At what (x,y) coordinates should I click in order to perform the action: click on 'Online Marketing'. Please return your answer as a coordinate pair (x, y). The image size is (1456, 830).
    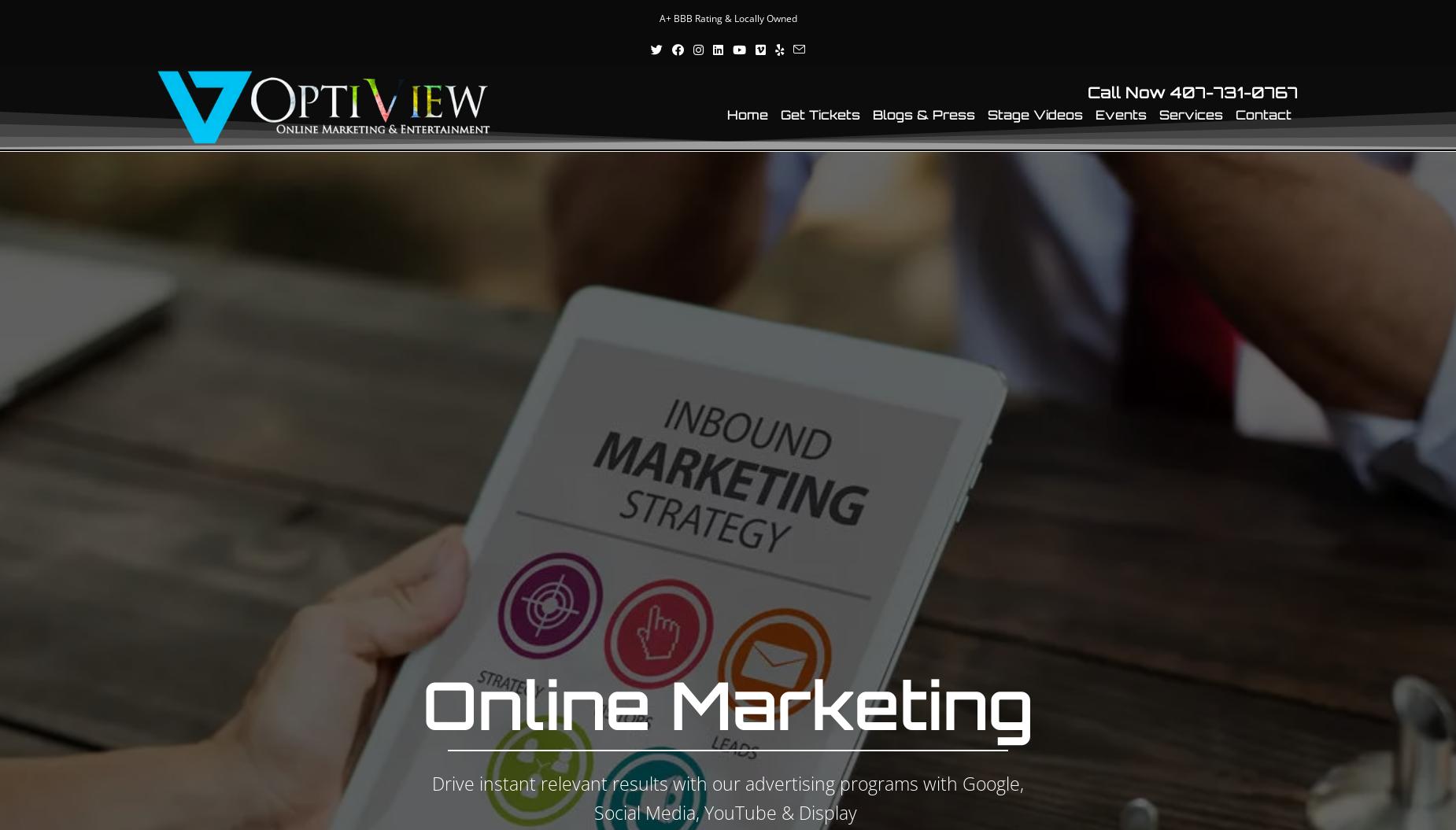
    Looking at the image, I should click on (728, 703).